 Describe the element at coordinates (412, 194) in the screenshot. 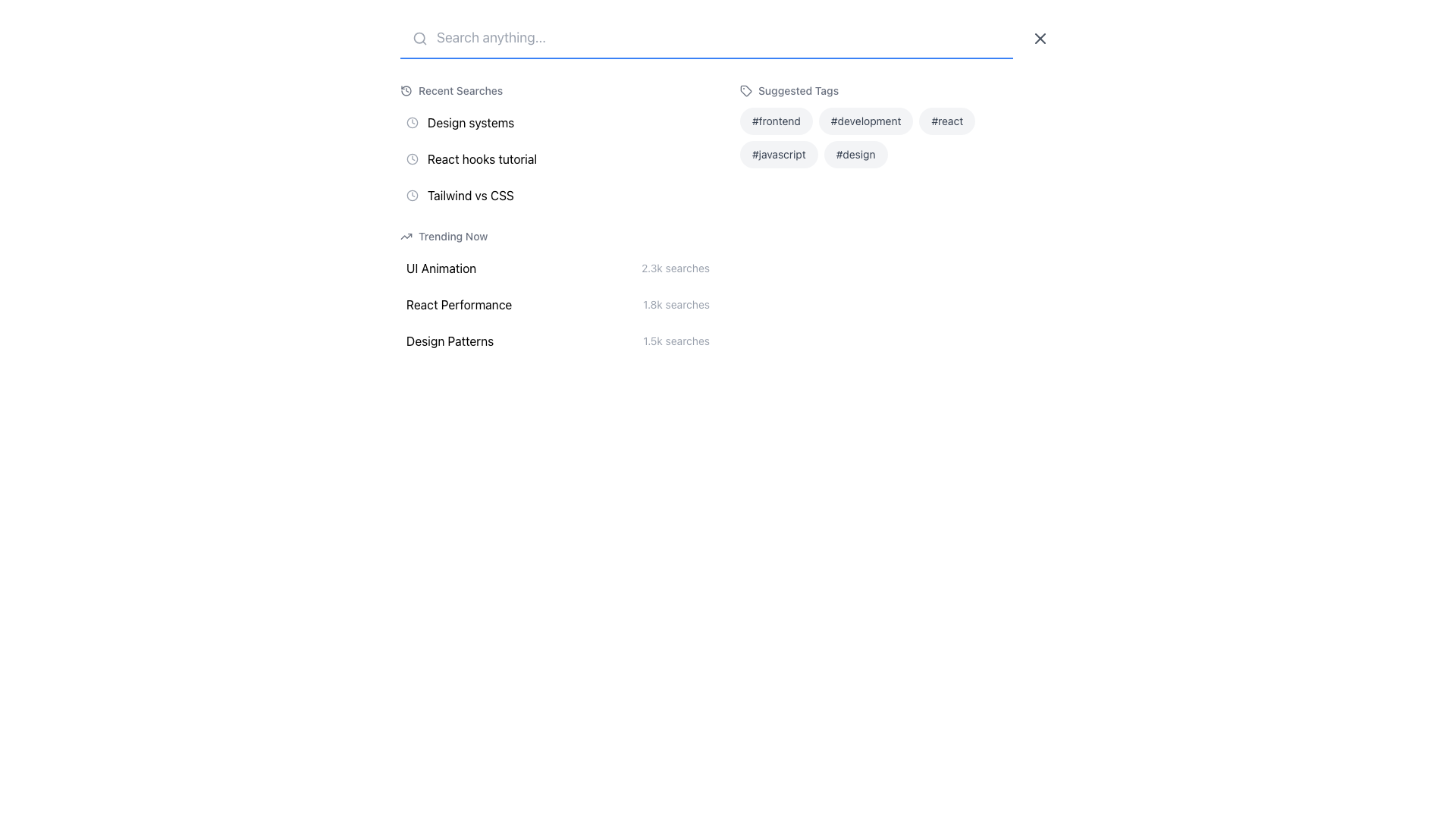

I see `the SVG Circle element that represents the clock icon, which is located next to the 'Recent Searches' text in the vertical list of features` at that location.